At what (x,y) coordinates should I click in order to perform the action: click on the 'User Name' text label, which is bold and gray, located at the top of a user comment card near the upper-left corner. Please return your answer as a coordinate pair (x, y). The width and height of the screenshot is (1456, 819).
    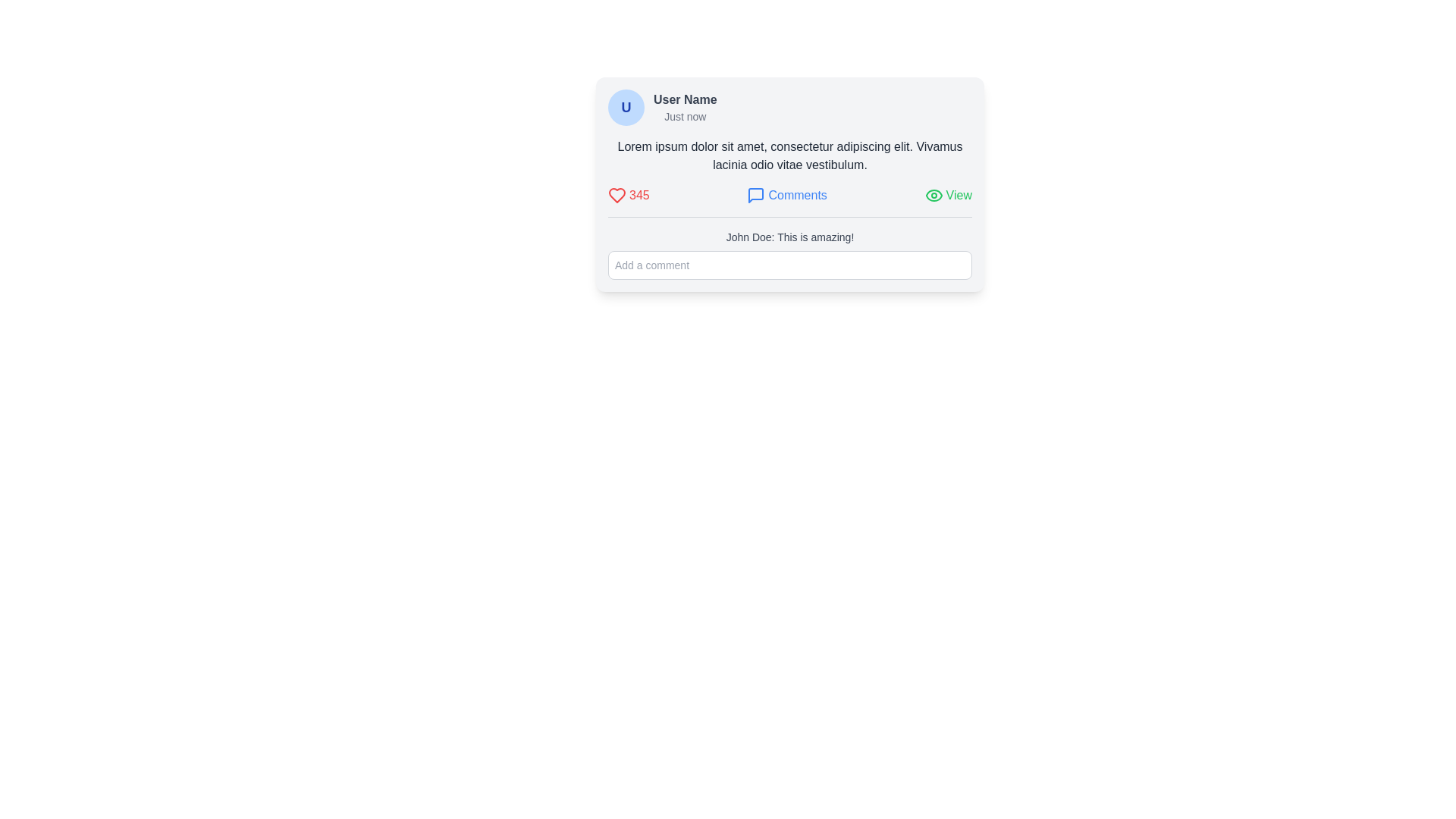
    Looking at the image, I should click on (684, 99).